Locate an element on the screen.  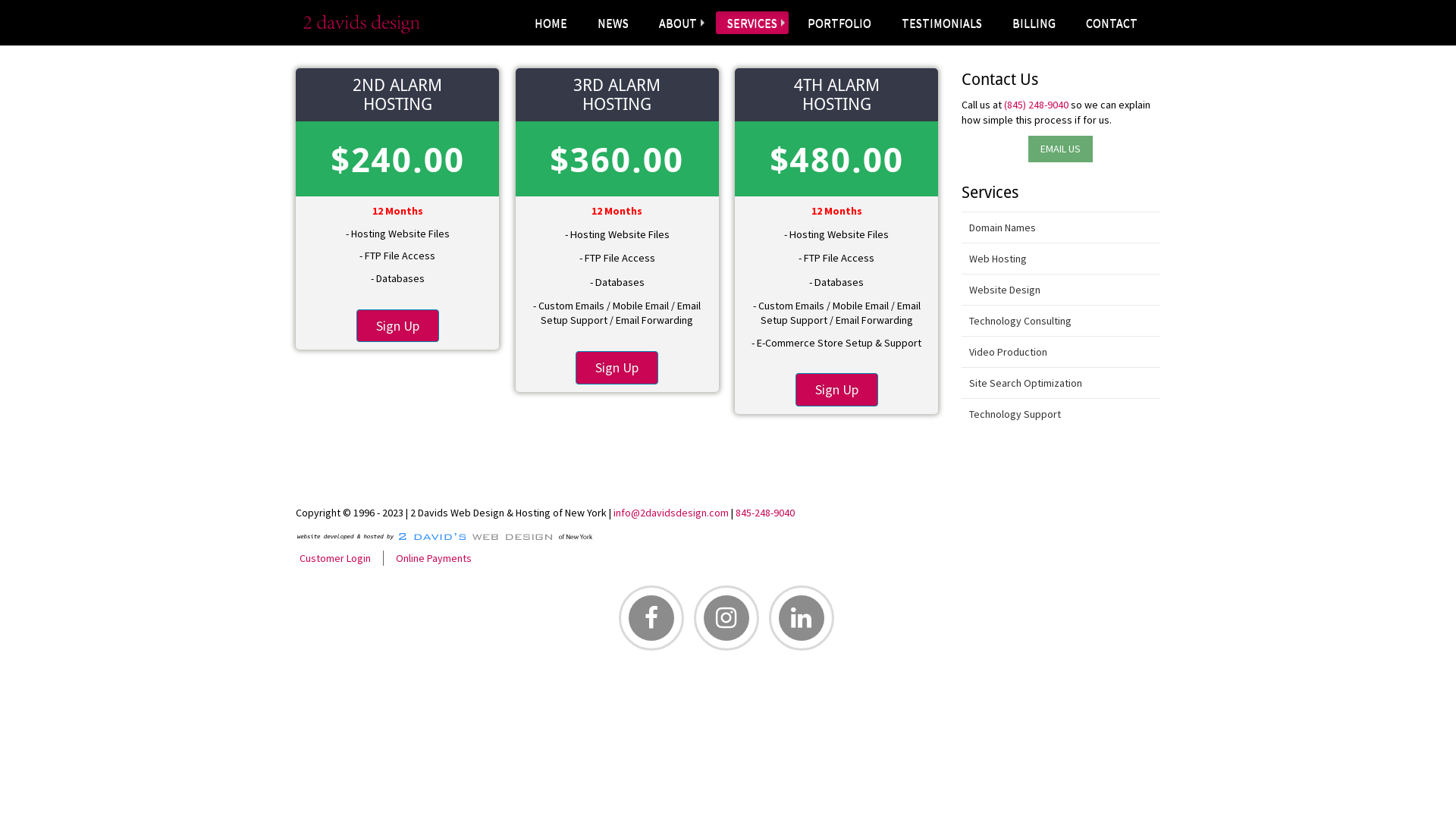
'HOME' is located at coordinates (550, 23).